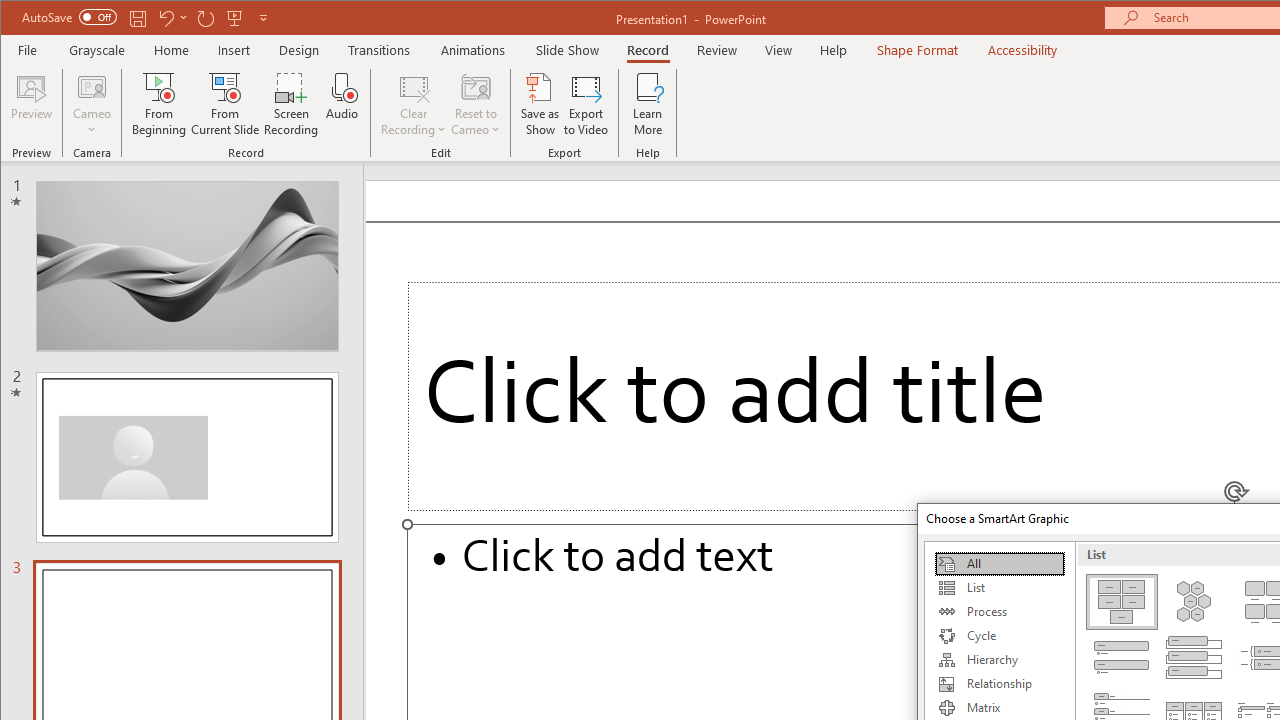 The height and width of the screenshot is (720, 1280). Describe the element at coordinates (585, 104) in the screenshot. I see `'Export to Video'` at that location.